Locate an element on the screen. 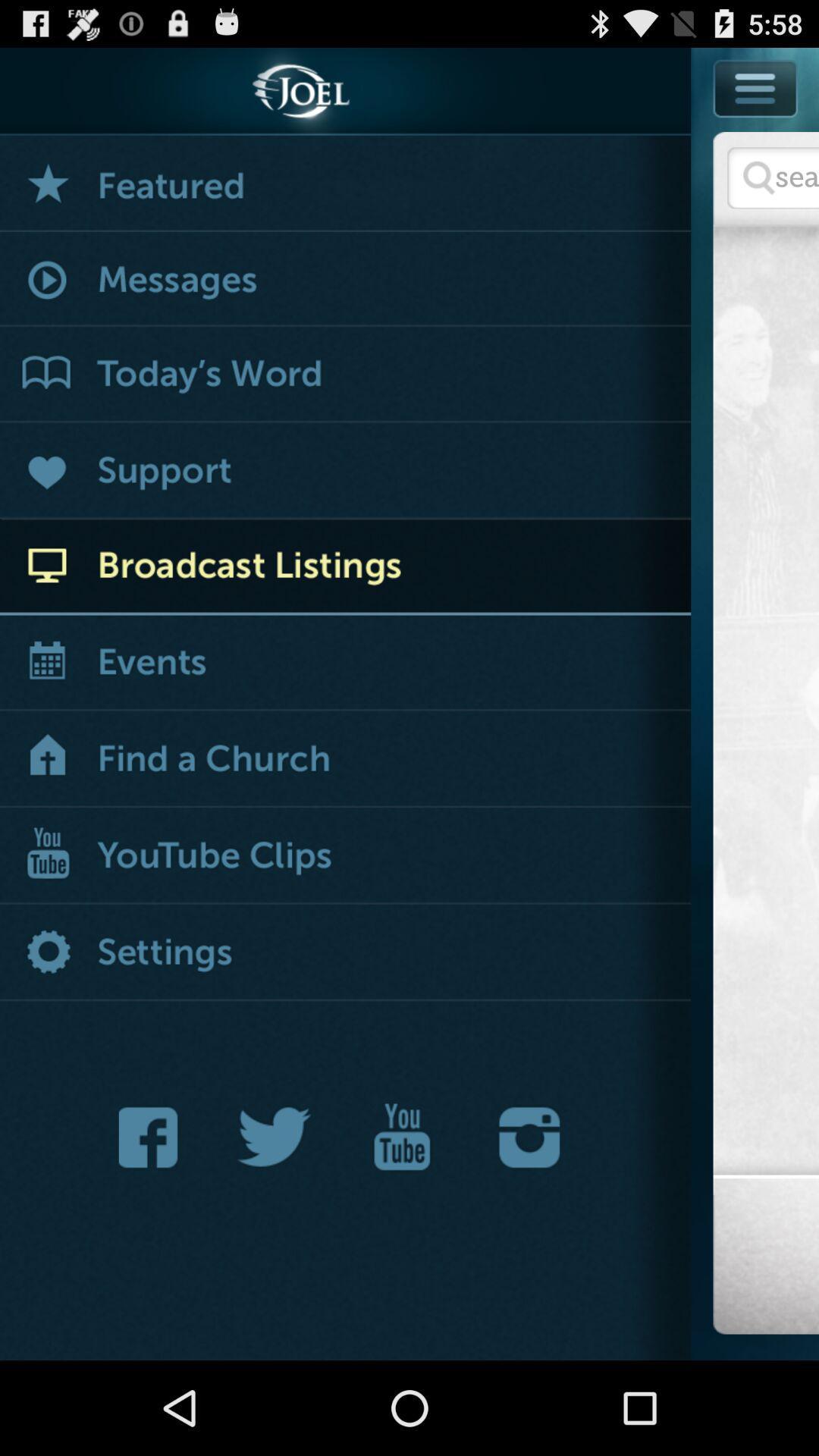 This screenshot has height=1456, width=819. open youtube clips is located at coordinates (345, 857).